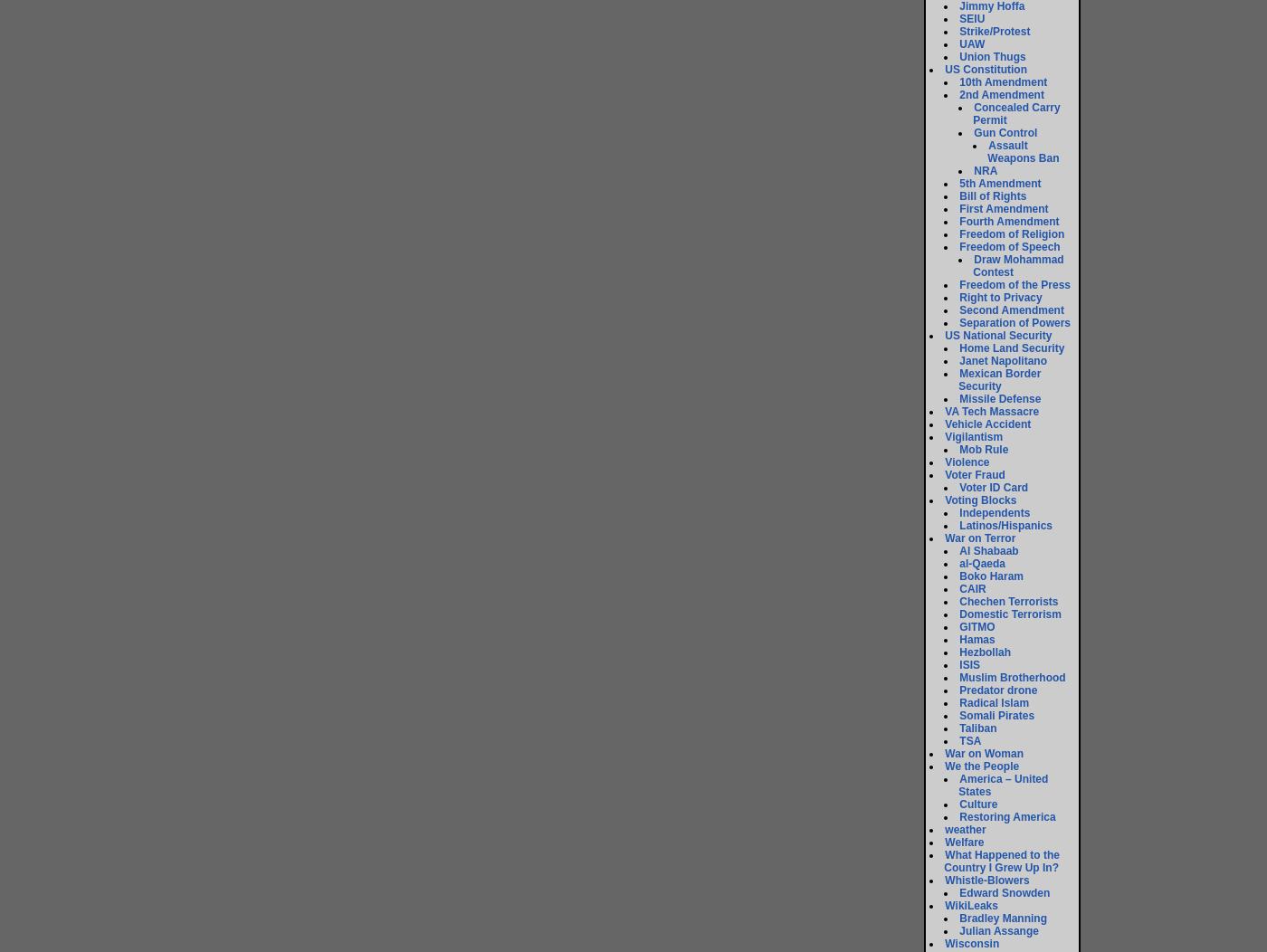  What do you see at coordinates (998, 929) in the screenshot?
I see `'Julian Assange'` at bounding box center [998, 929].